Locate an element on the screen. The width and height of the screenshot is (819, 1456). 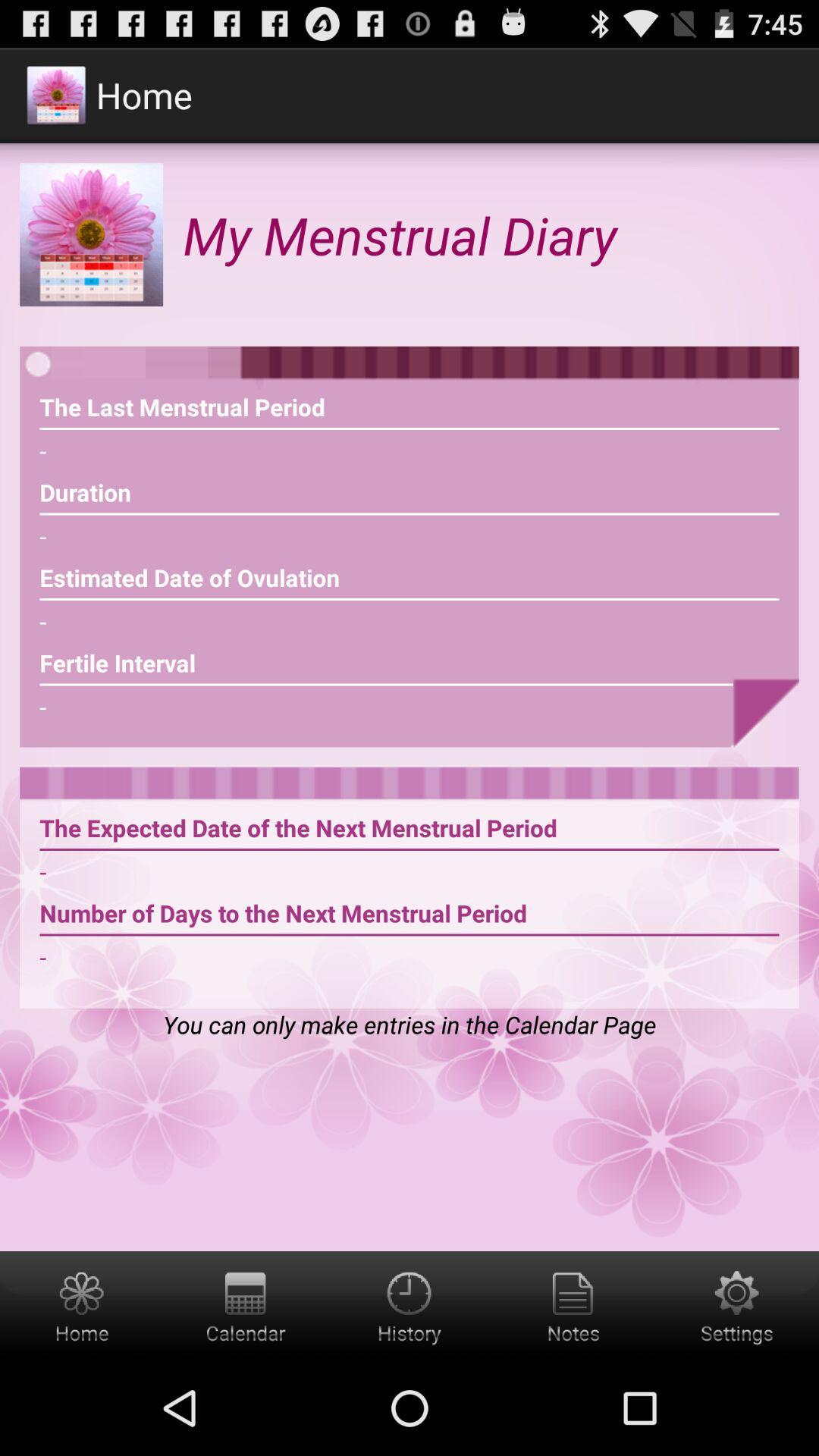
setting is located at coordinates (736, 1305).